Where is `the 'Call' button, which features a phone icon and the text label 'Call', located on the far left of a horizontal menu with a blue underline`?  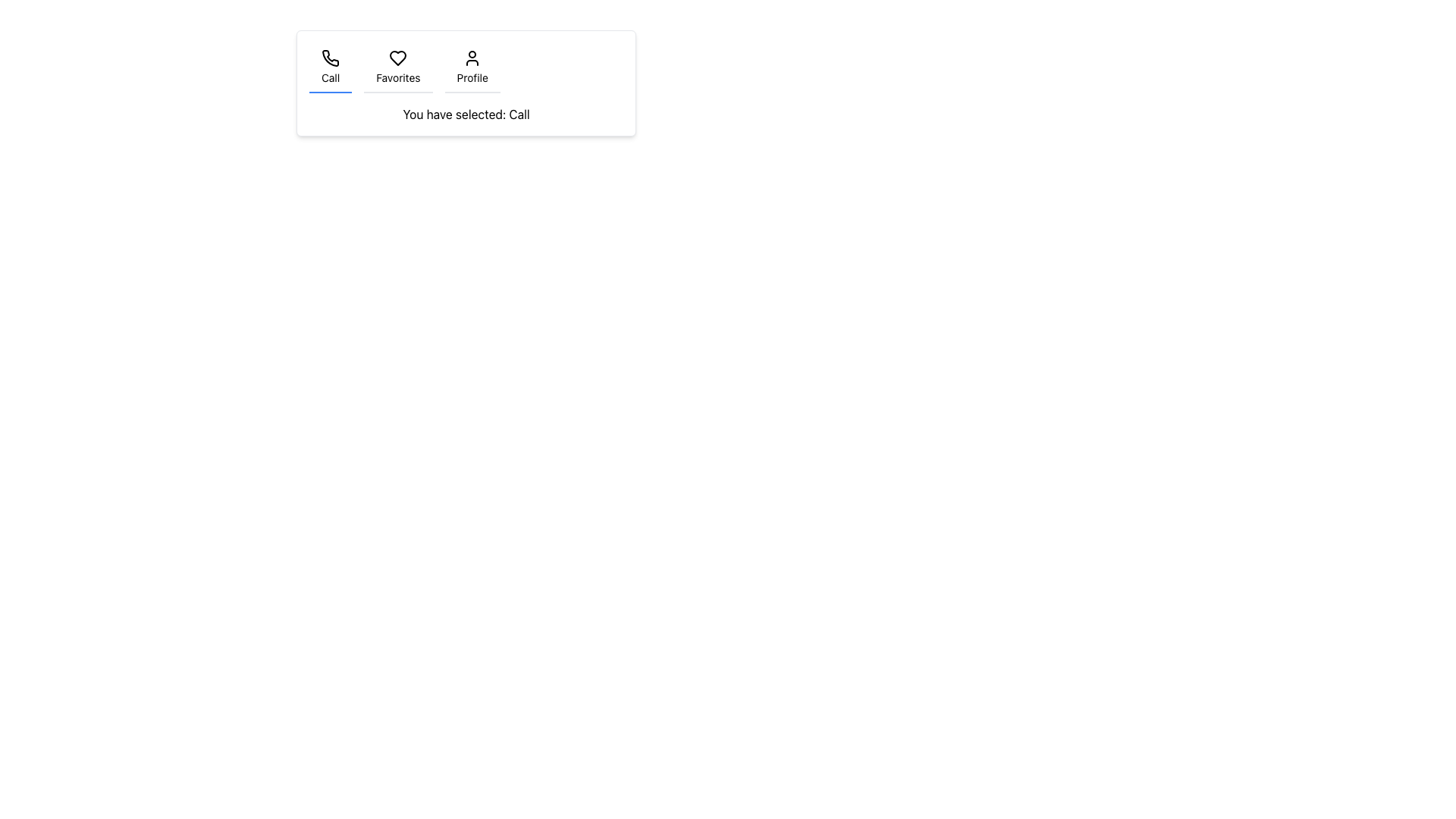
the 'Call' button, which features a phone icon and the text label 'Call', located on the far left of a horizontal menu with a blue underline is located at coordinates (330, 67).